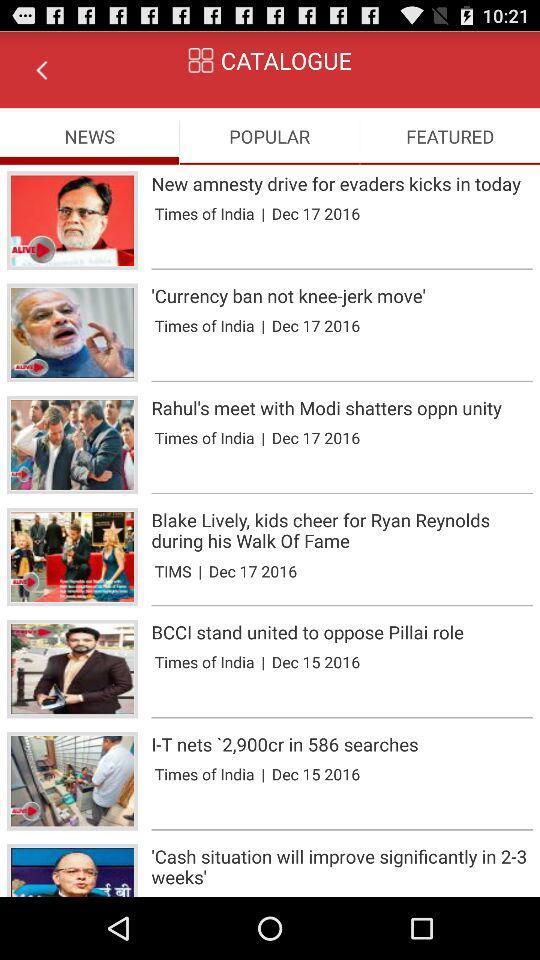  I want to click on item above news icon, so click(41, 69).